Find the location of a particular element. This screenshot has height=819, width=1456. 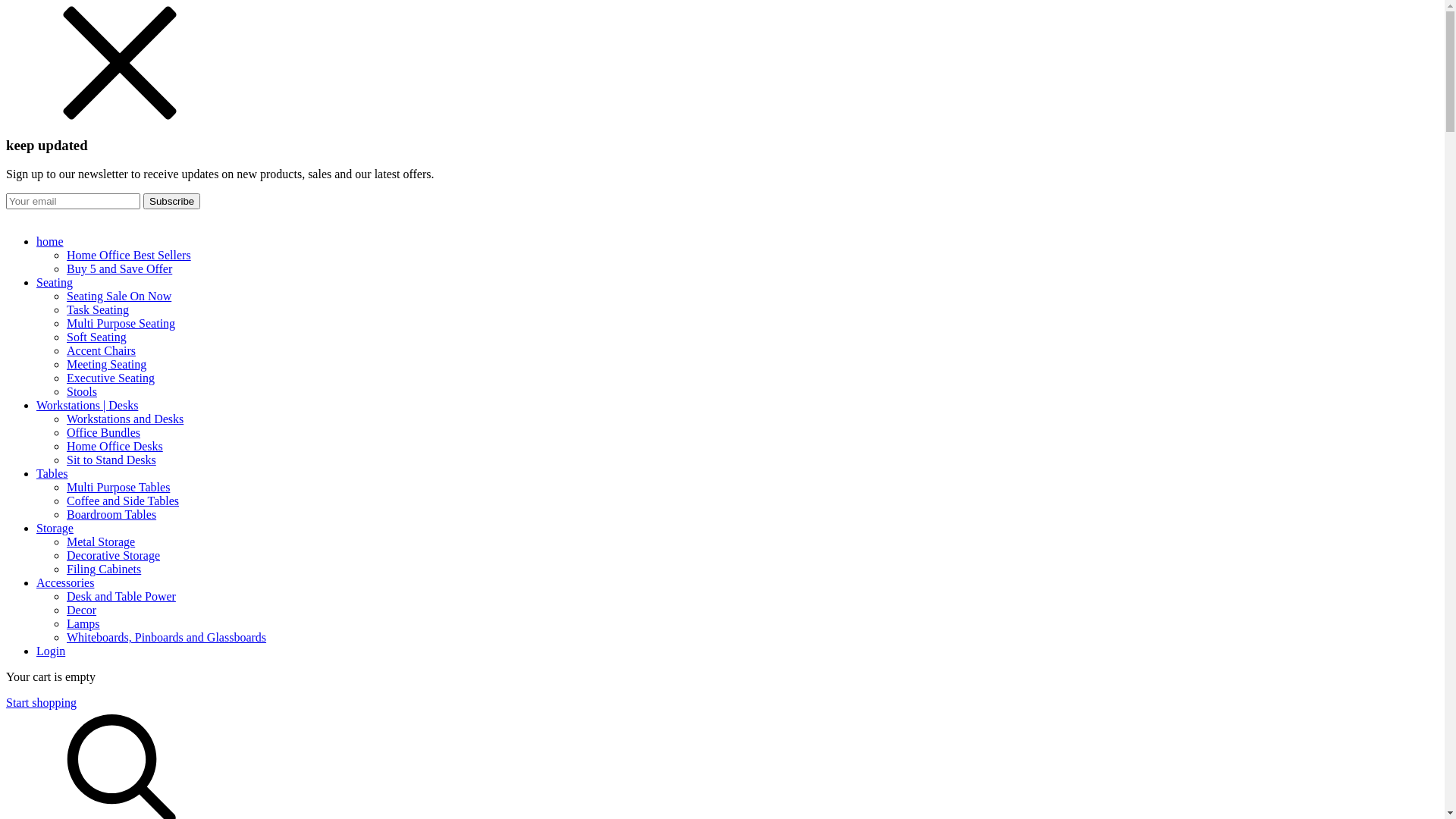

'Sit to Stand Desks' is located at coordinates (111, 459).